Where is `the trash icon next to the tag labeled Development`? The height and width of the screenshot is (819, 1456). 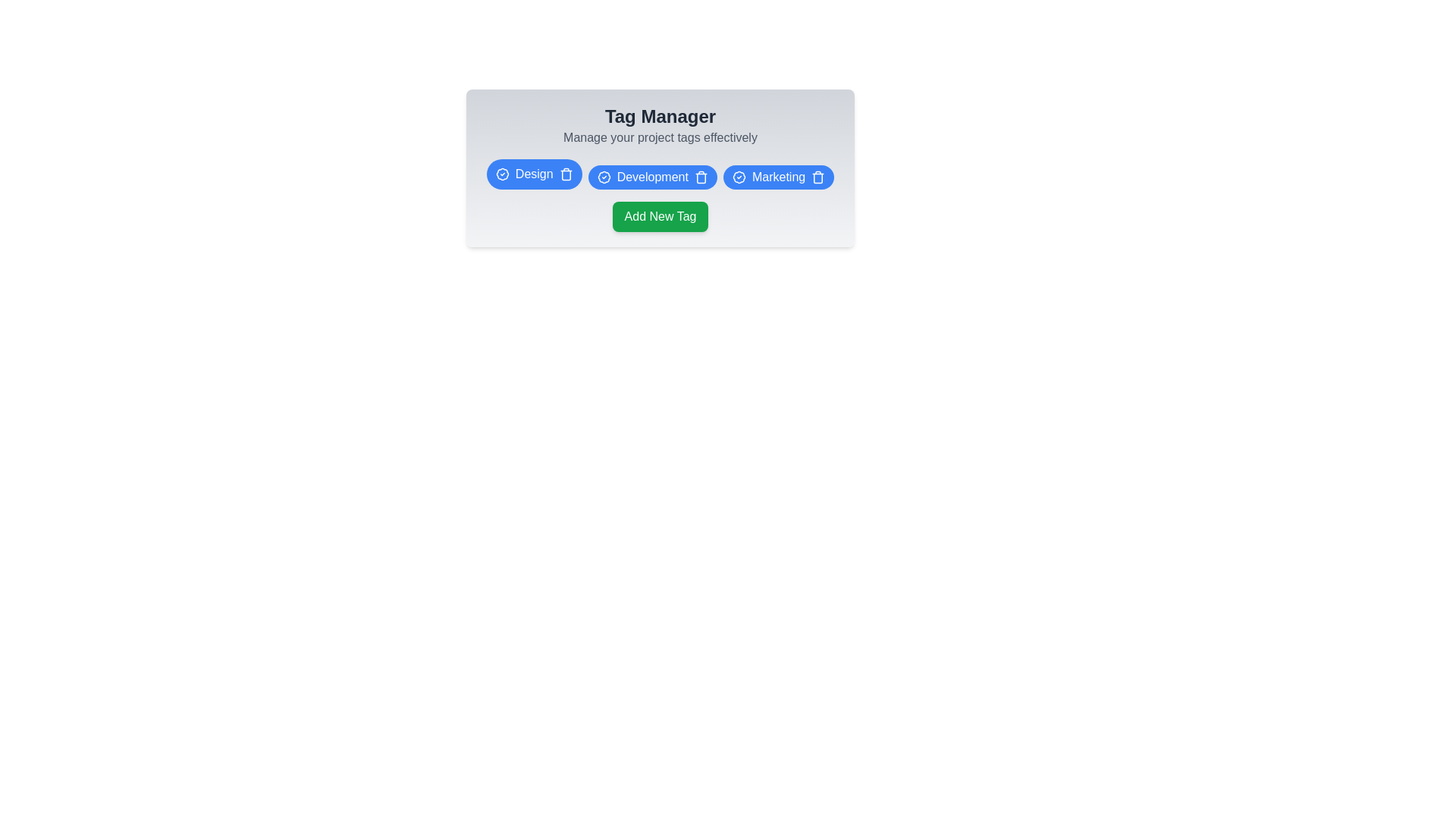
the trash icon next to the tag labeled Development is located at coordinates (700, 177).